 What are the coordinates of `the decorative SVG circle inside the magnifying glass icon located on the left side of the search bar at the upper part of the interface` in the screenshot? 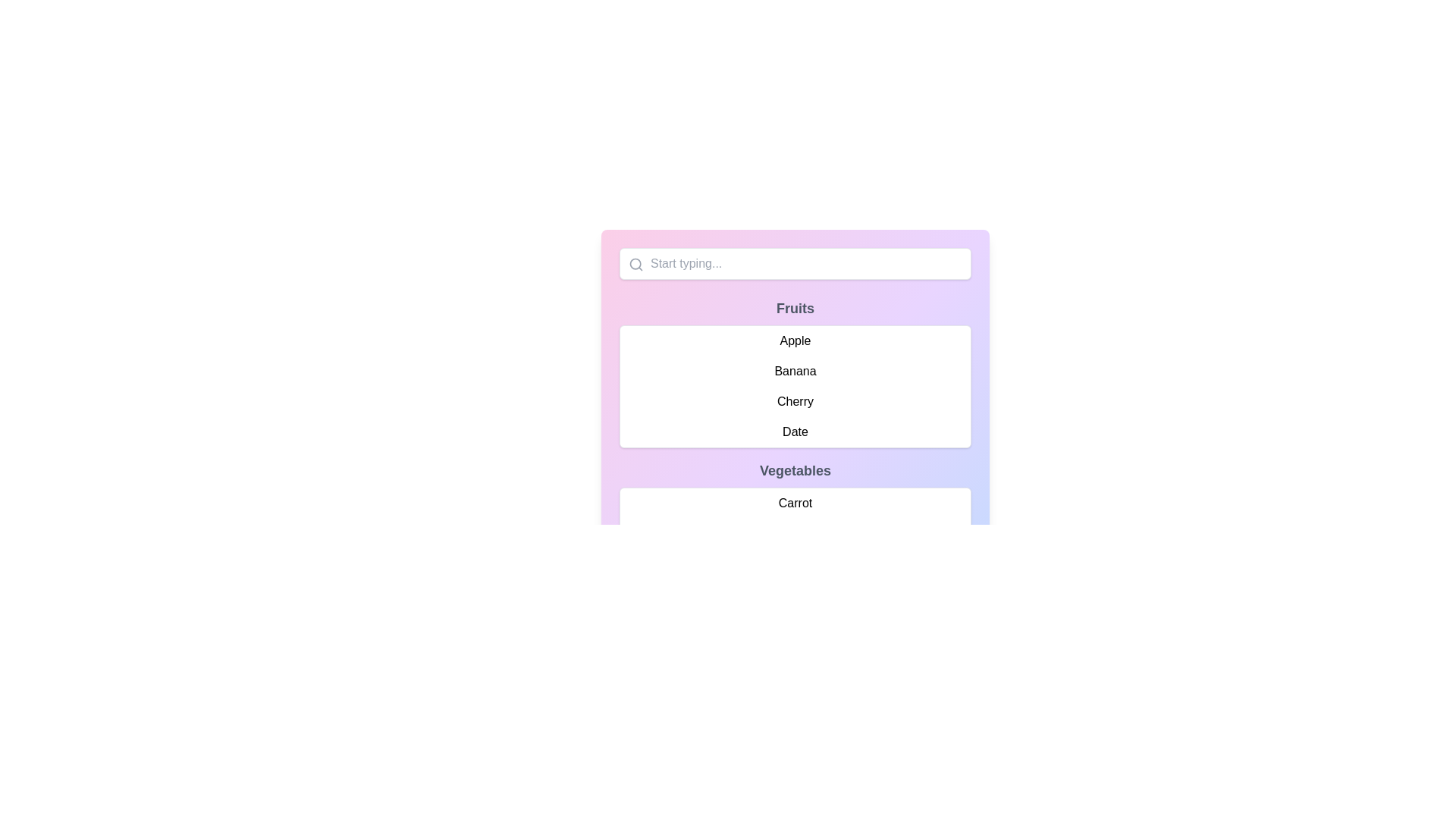 It's located at (635, 263).